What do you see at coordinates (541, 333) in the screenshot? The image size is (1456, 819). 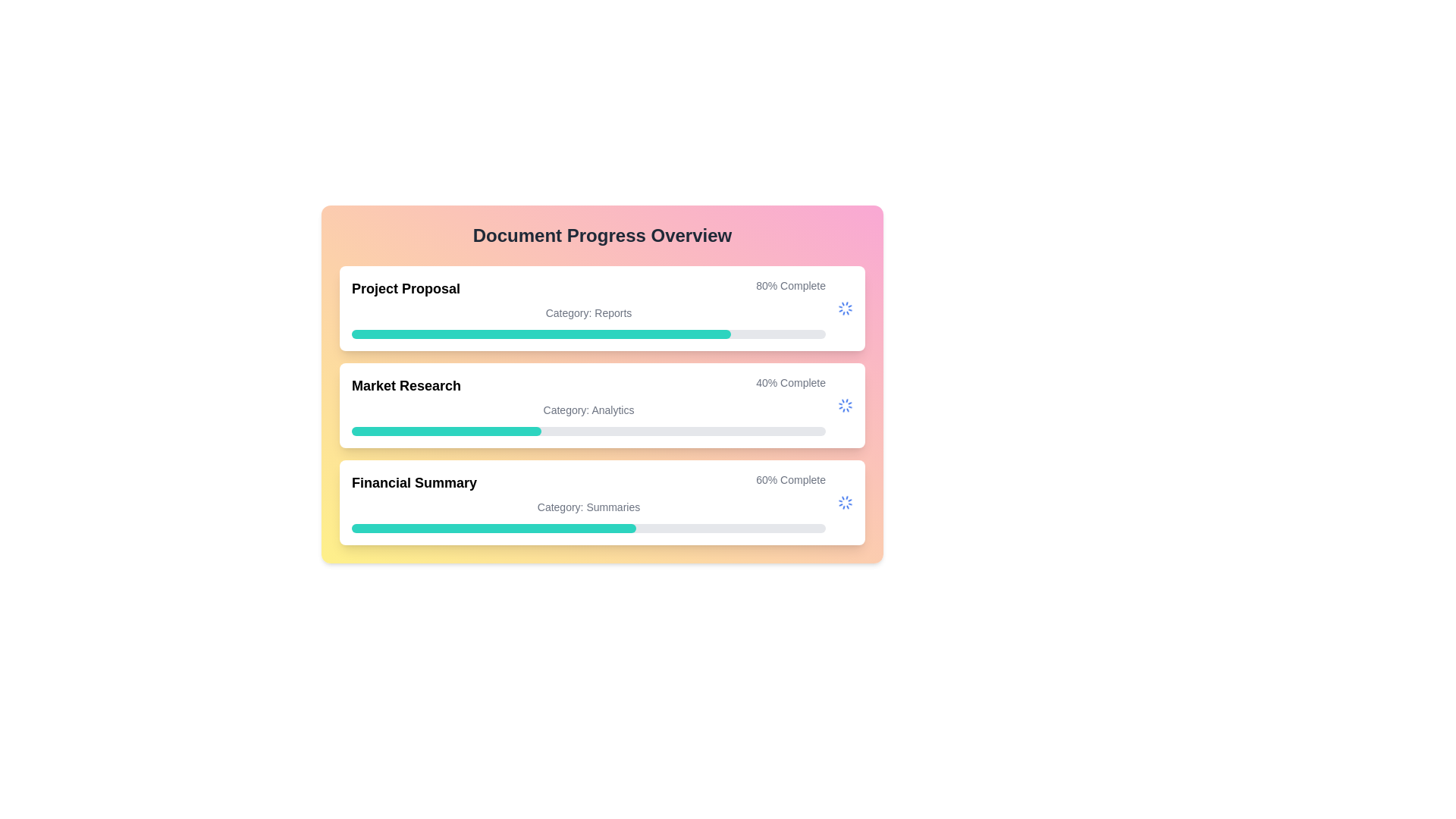 I see `the first progress bar within the 'Project Proposal' card in the vertically stacked list of progress indicators` at bounding box center [541, 333].